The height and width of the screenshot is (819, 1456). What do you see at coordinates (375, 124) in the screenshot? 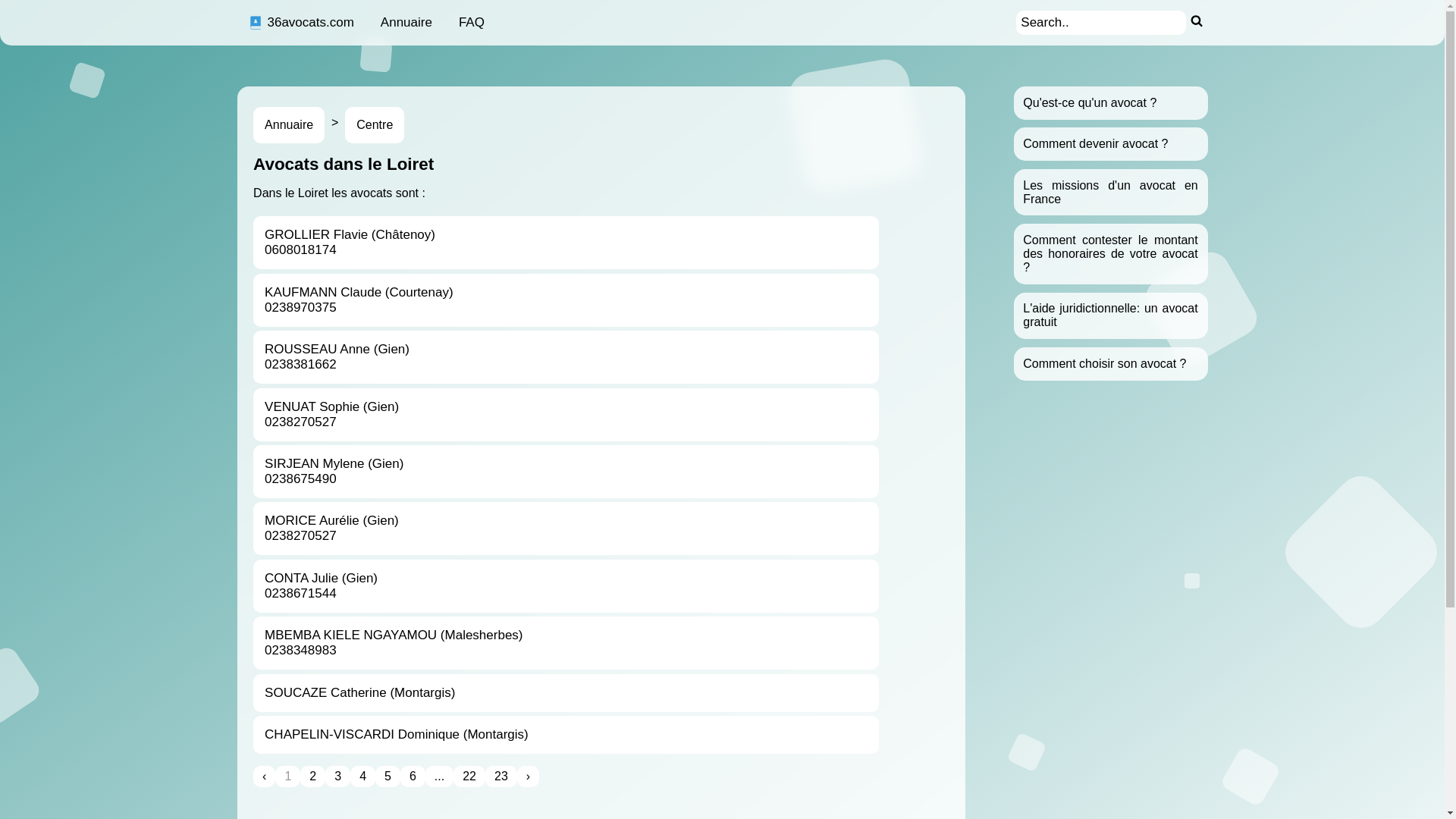
I see `'Centre'` at bounding box center [375, 124].